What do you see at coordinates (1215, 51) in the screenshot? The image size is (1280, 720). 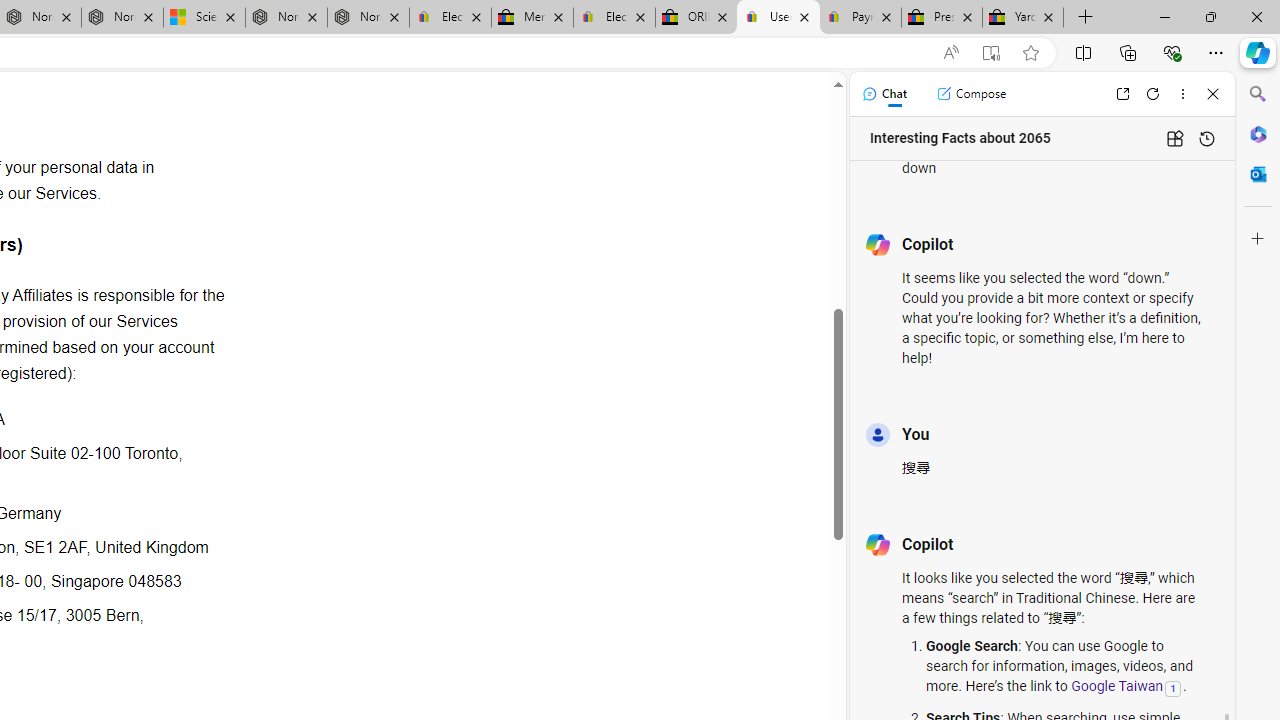 I see `'Settings and more (Alt+F)'` at bounding box center [1215, 51].